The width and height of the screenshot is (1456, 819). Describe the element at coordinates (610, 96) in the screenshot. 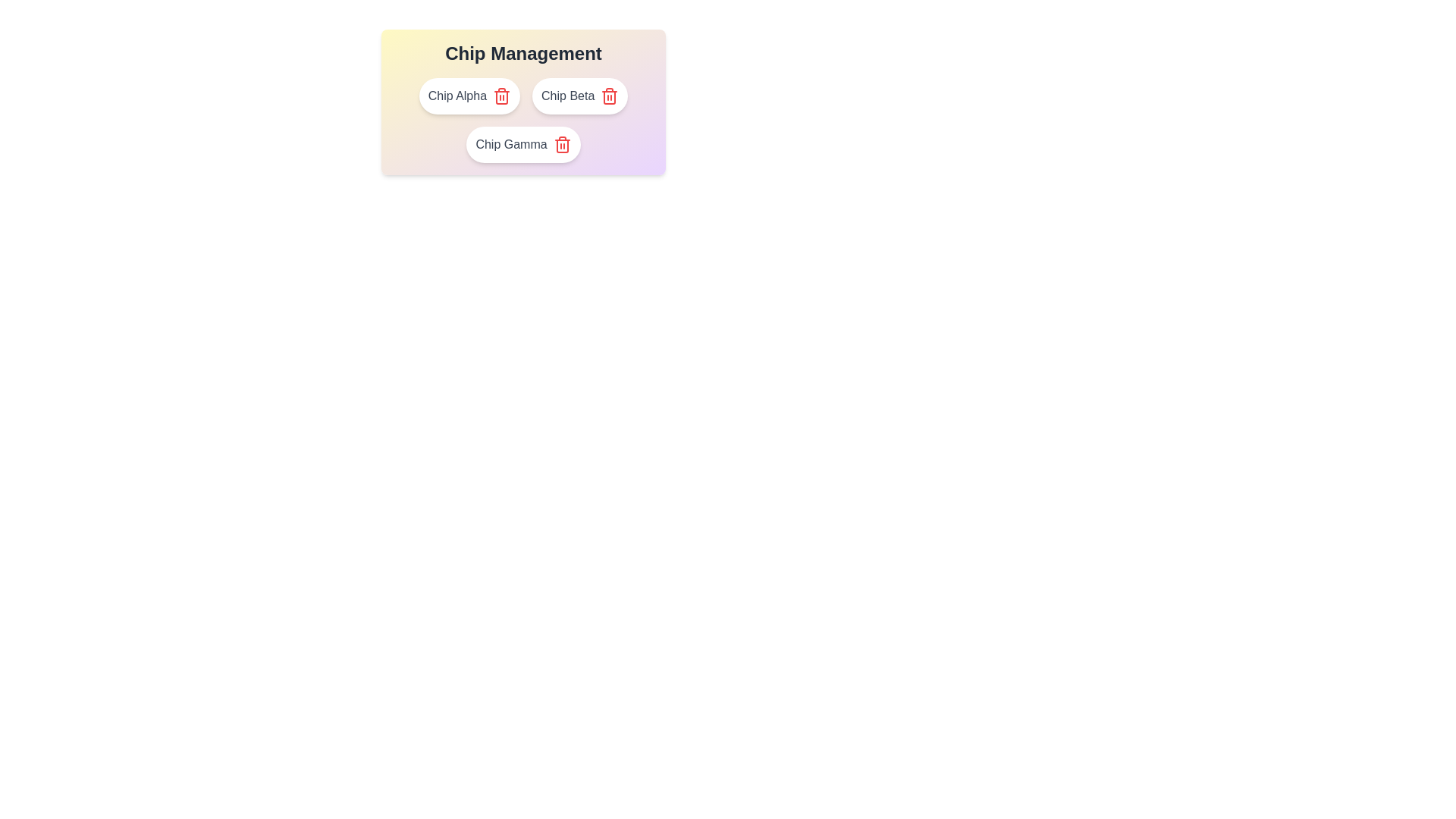

I see `delete button on the chip labeled Chip Beta` at that location.